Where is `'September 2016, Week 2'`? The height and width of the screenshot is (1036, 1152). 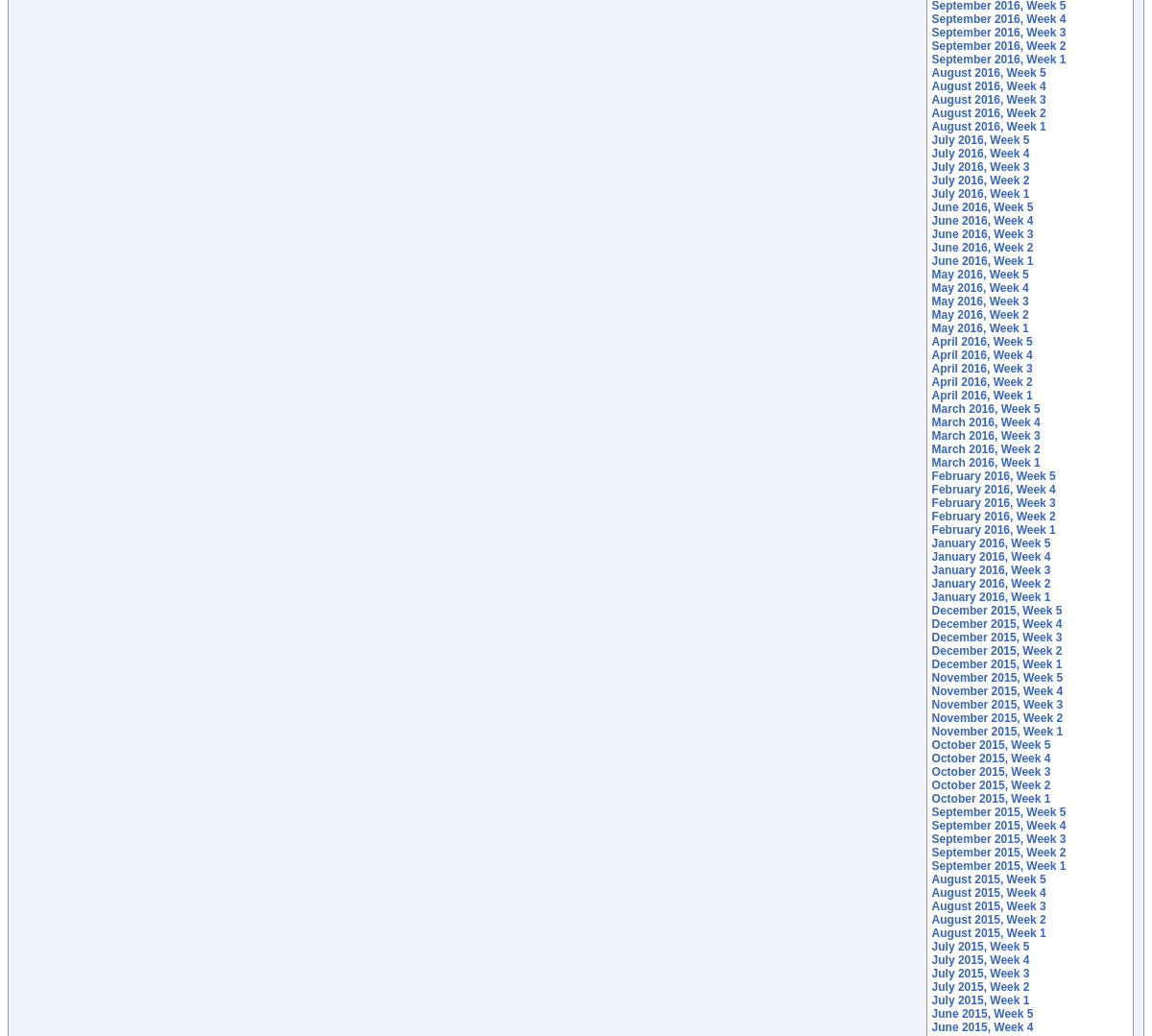
'September 2016, Week 2' is located at coordinates (998, 45).